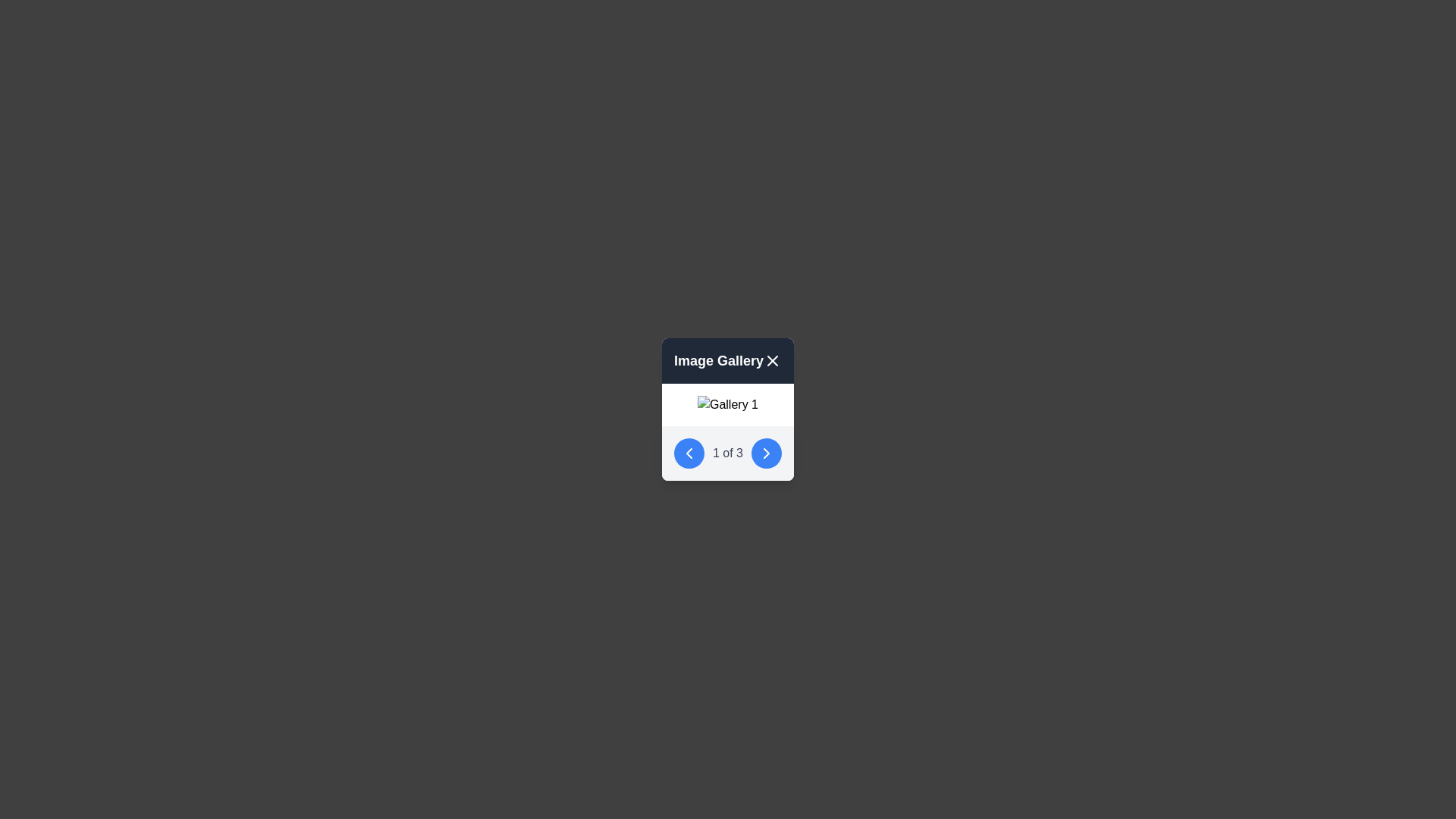 This screenshot has width=1456, height=819. Describe the element at coordinates (767, 452) in the screenshot. I see `the right-pointing chevron icon located inside the blue circular button to the right of the pagination counter '1 of 3' in the image gallery pop-up` at that location.